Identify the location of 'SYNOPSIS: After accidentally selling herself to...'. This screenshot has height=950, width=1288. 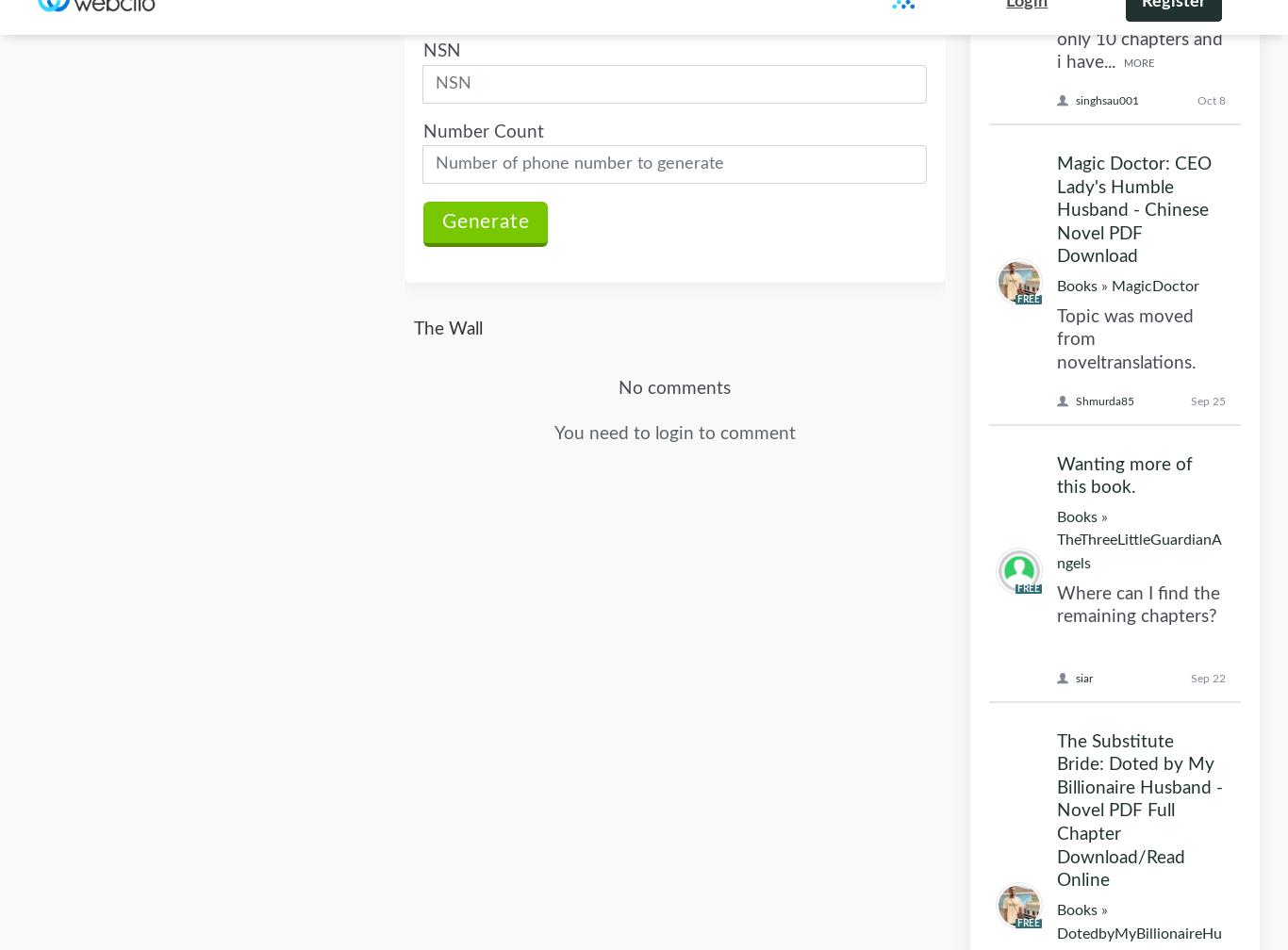
(1130, 390).